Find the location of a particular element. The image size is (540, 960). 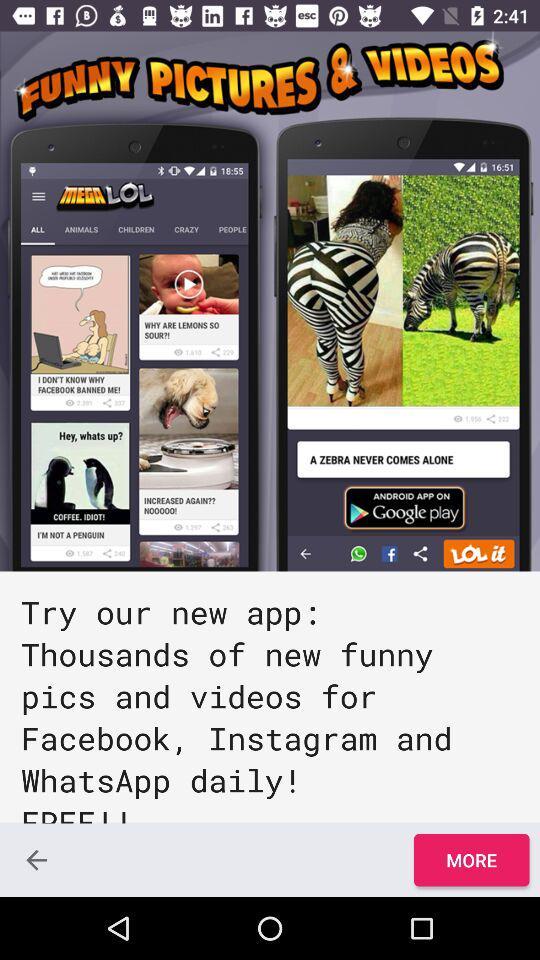

more item is located at coordinates (471, 859).